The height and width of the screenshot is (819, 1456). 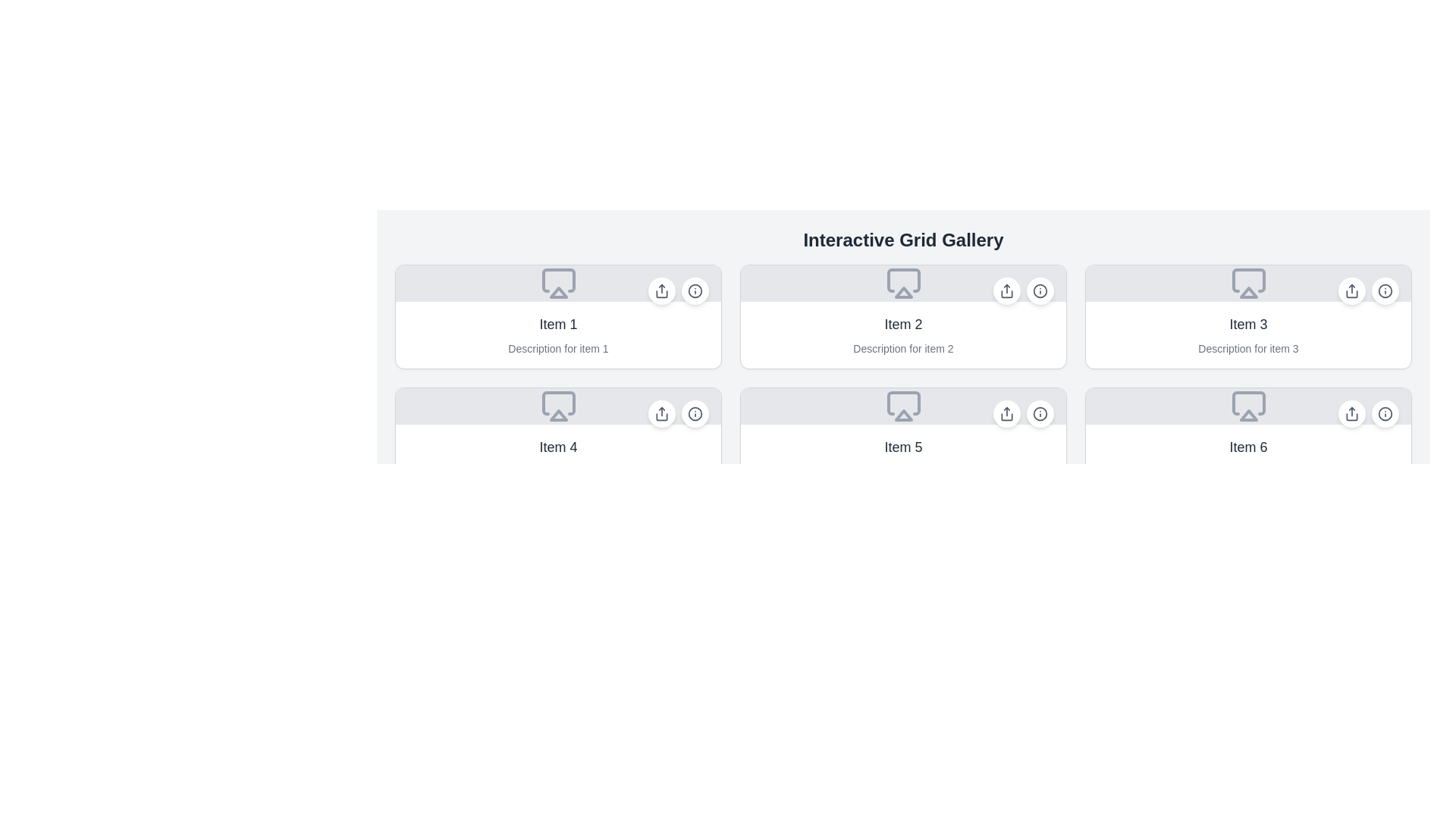 What do you see at coordinates (694, 291) in the screenshot?
I see `the small circular button with a white background and a gray outlined circle icon located in the top-right portion of the 'Item 1' card, which is the second button from the right` at bounding box center [694, 291].